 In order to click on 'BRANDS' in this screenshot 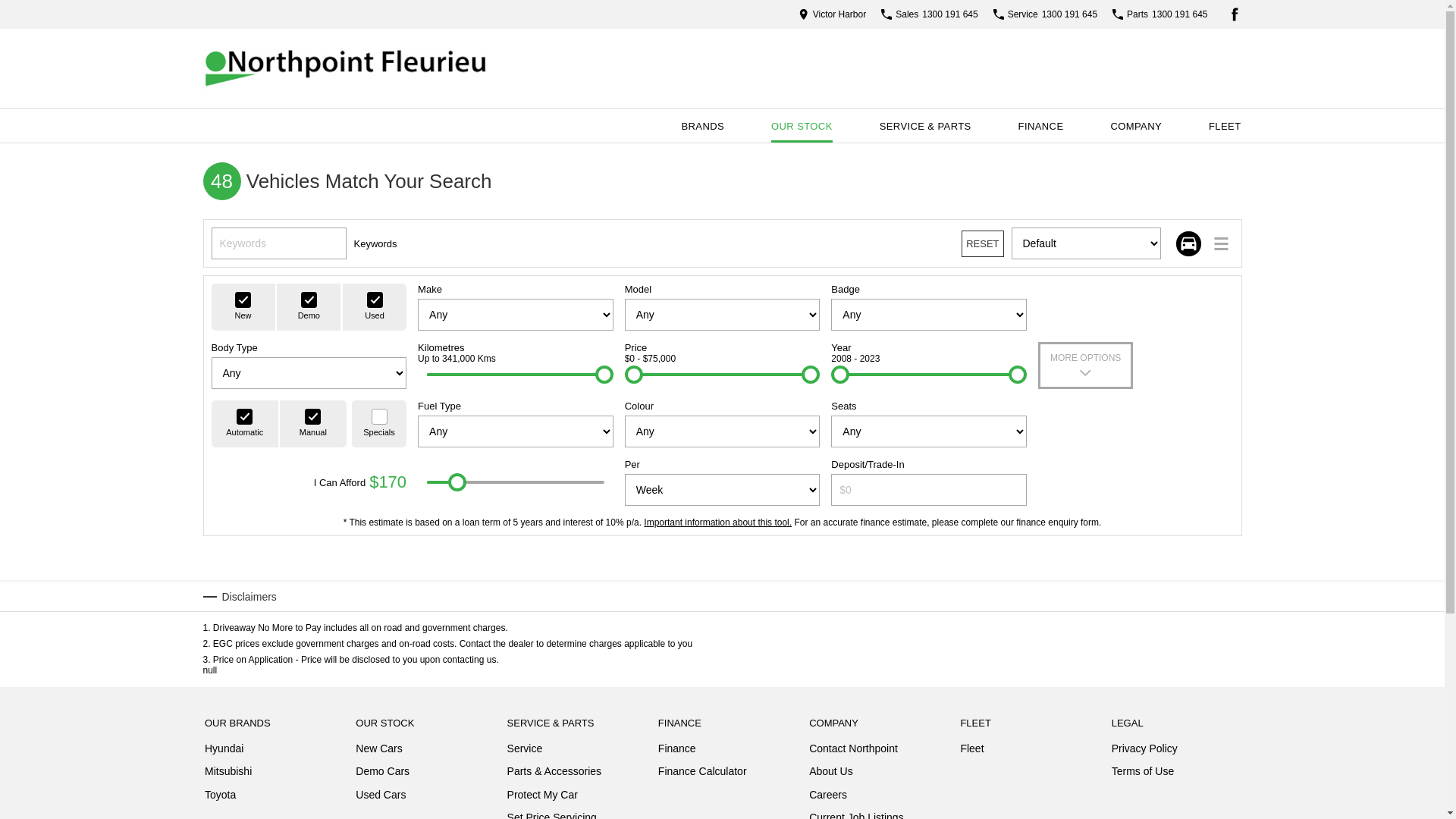, I will do `click(701, 124)`.